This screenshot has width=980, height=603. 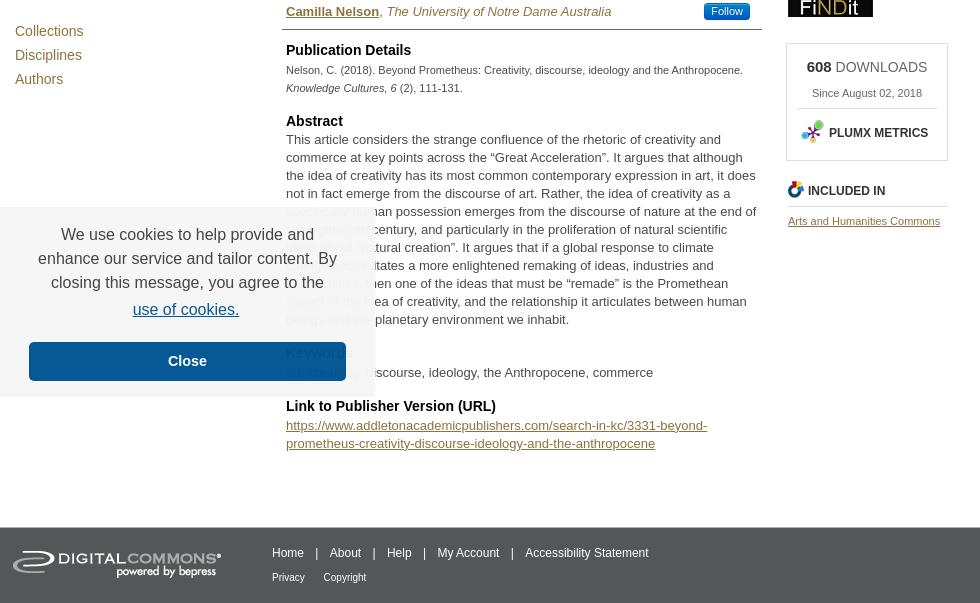 What do you see at coordinates (186, 360) in the screenshot?
I see `'Close'` at bounding box center [186, 360].